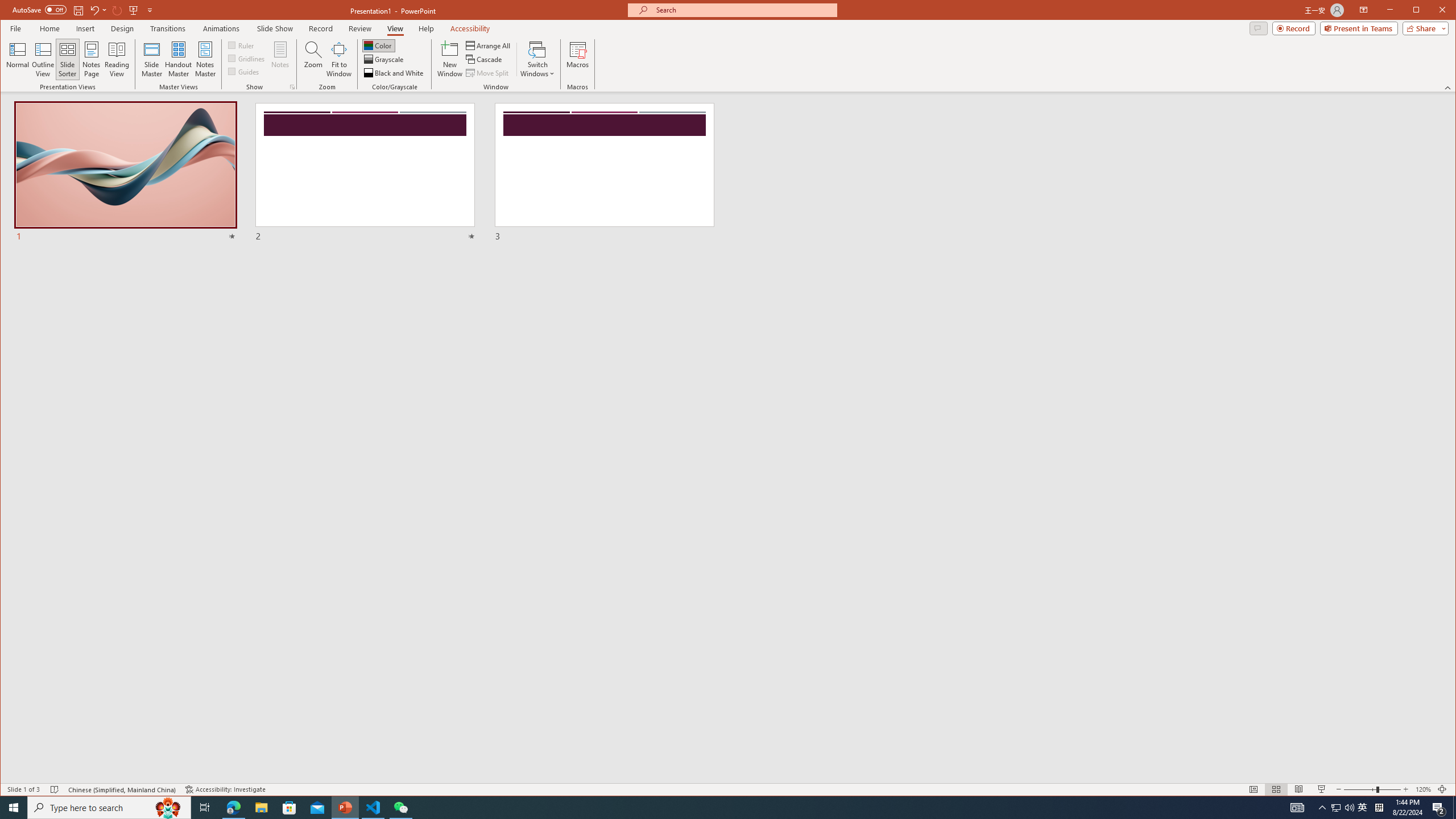 The width and height of the screenshot is (1456, 819). What do you see at coordinates (246, 58) in the screenshot?
I see `'Gridlines'` at bounding box center [246, 58].